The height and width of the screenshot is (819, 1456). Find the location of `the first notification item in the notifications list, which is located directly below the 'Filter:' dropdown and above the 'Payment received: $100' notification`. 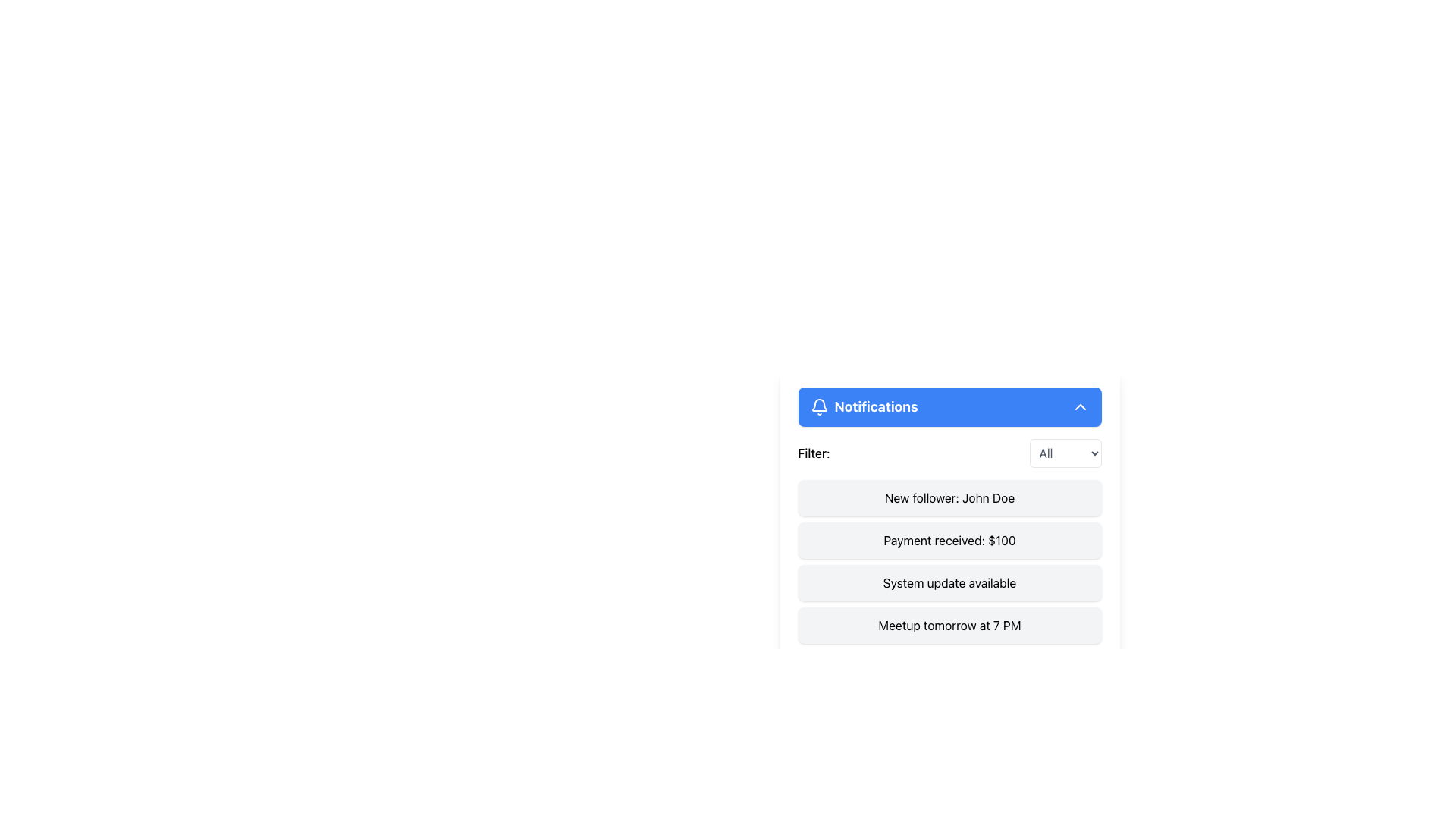

the first notification item in the notifications list, which is located directly below the 'Filter:' dropdown and above the 'Payment received: $100' notification is located at coordinates (949, 514).